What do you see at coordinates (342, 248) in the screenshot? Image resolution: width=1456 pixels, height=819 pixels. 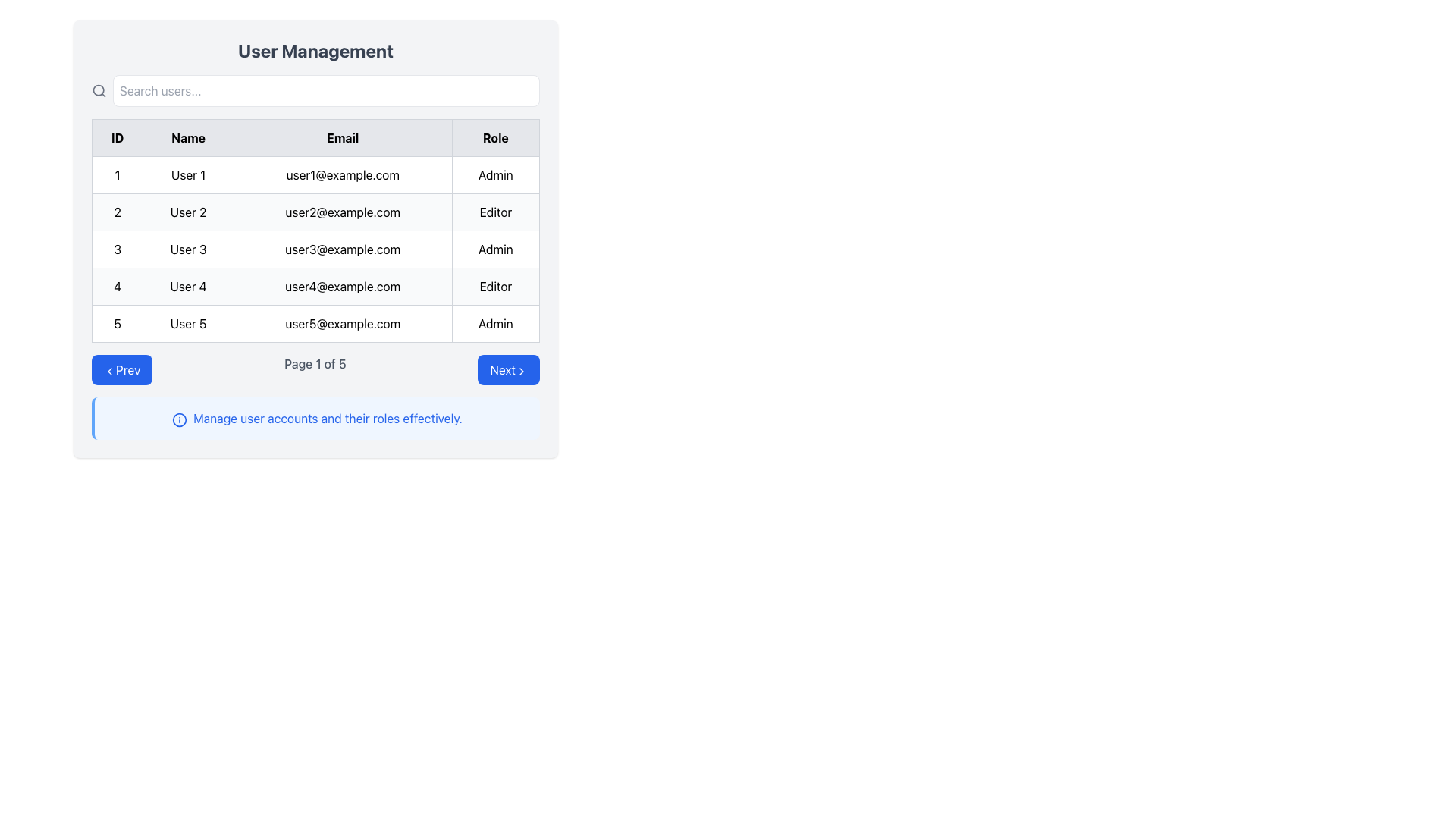 I see `the static text label displaying the email address in the third row of the table under the 'Email' column, positioned between 'User 3' and 'Admin'` at bounding box center [342, 248].